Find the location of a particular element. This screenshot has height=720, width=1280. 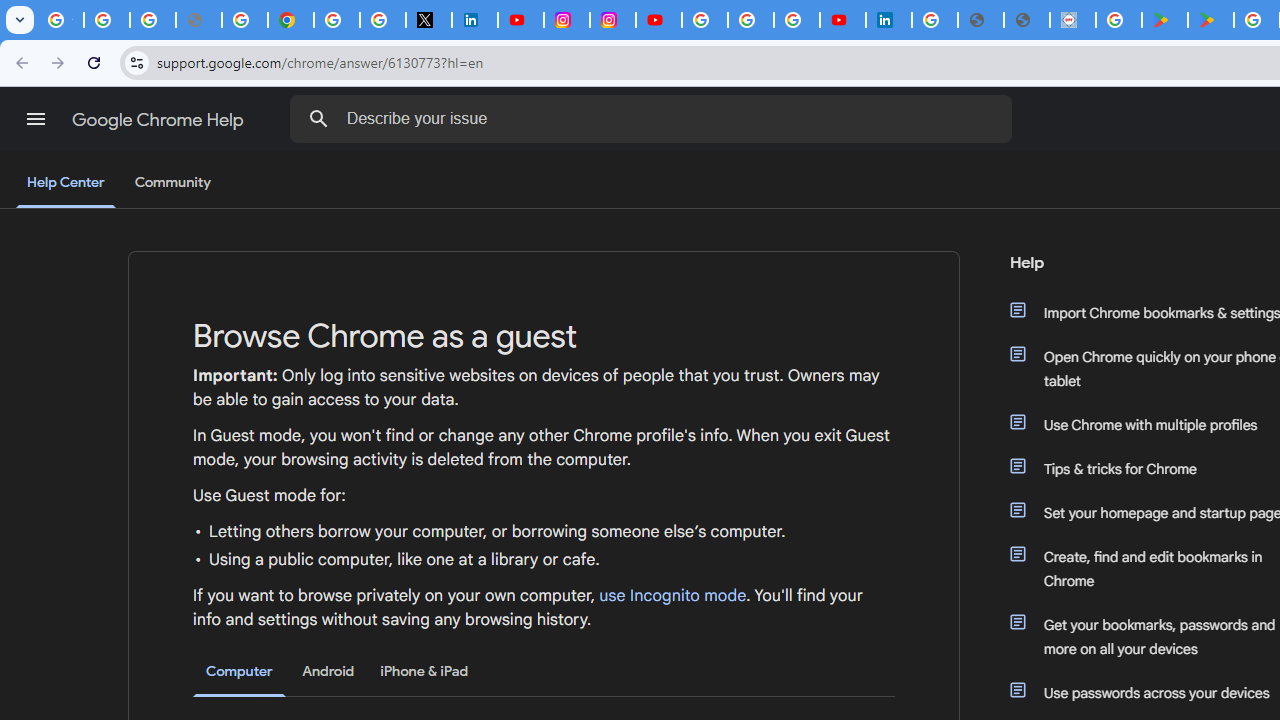

'PAW Patrol Rescue World - Apps on Google Play' is located at coordinates (1209, 20).